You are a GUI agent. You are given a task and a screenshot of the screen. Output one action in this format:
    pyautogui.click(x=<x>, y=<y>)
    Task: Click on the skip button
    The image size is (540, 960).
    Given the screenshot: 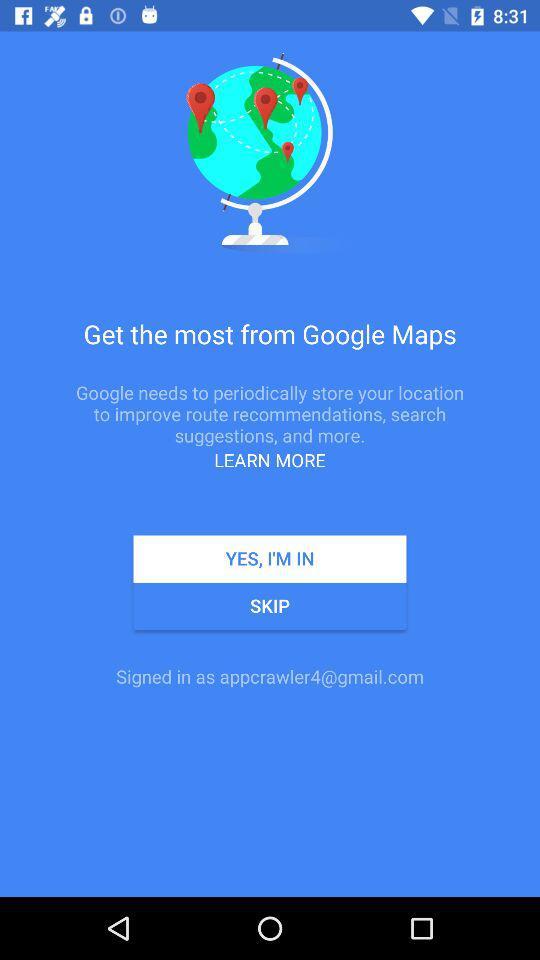 What is the action you would take?
    pyautogui.click(x=270, y=605)
    